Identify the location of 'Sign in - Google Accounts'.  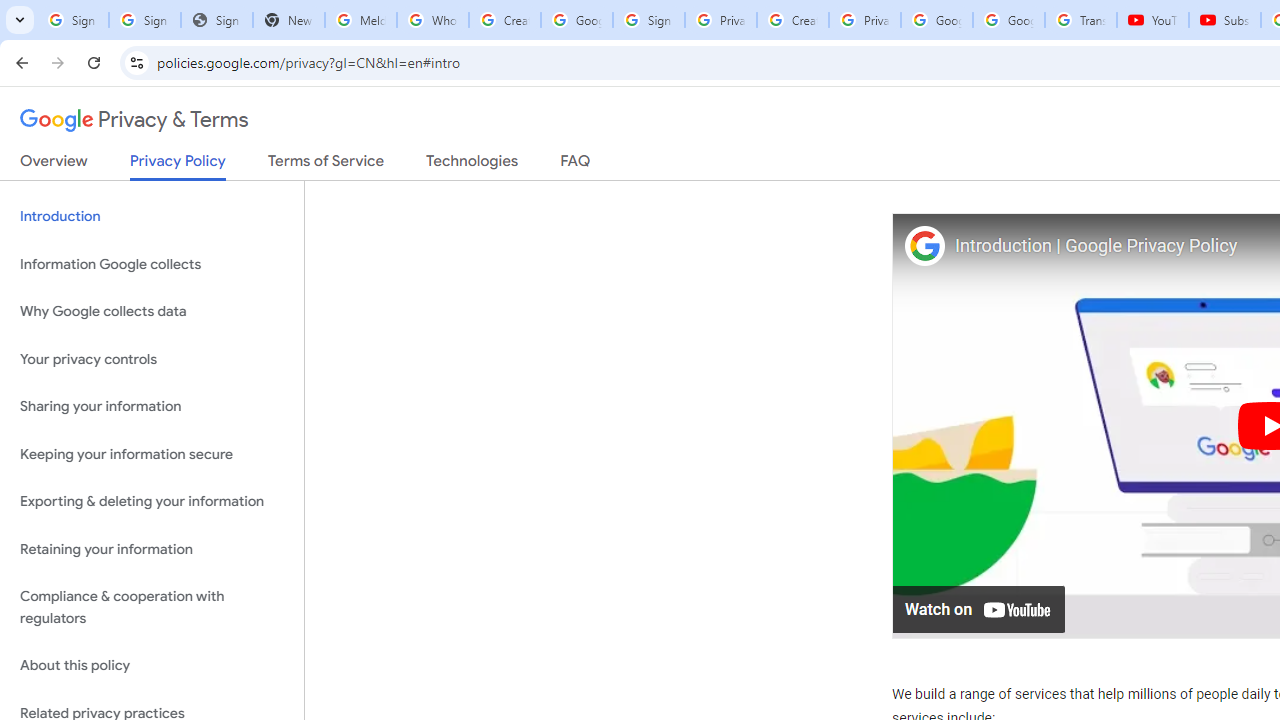
(648, 20).